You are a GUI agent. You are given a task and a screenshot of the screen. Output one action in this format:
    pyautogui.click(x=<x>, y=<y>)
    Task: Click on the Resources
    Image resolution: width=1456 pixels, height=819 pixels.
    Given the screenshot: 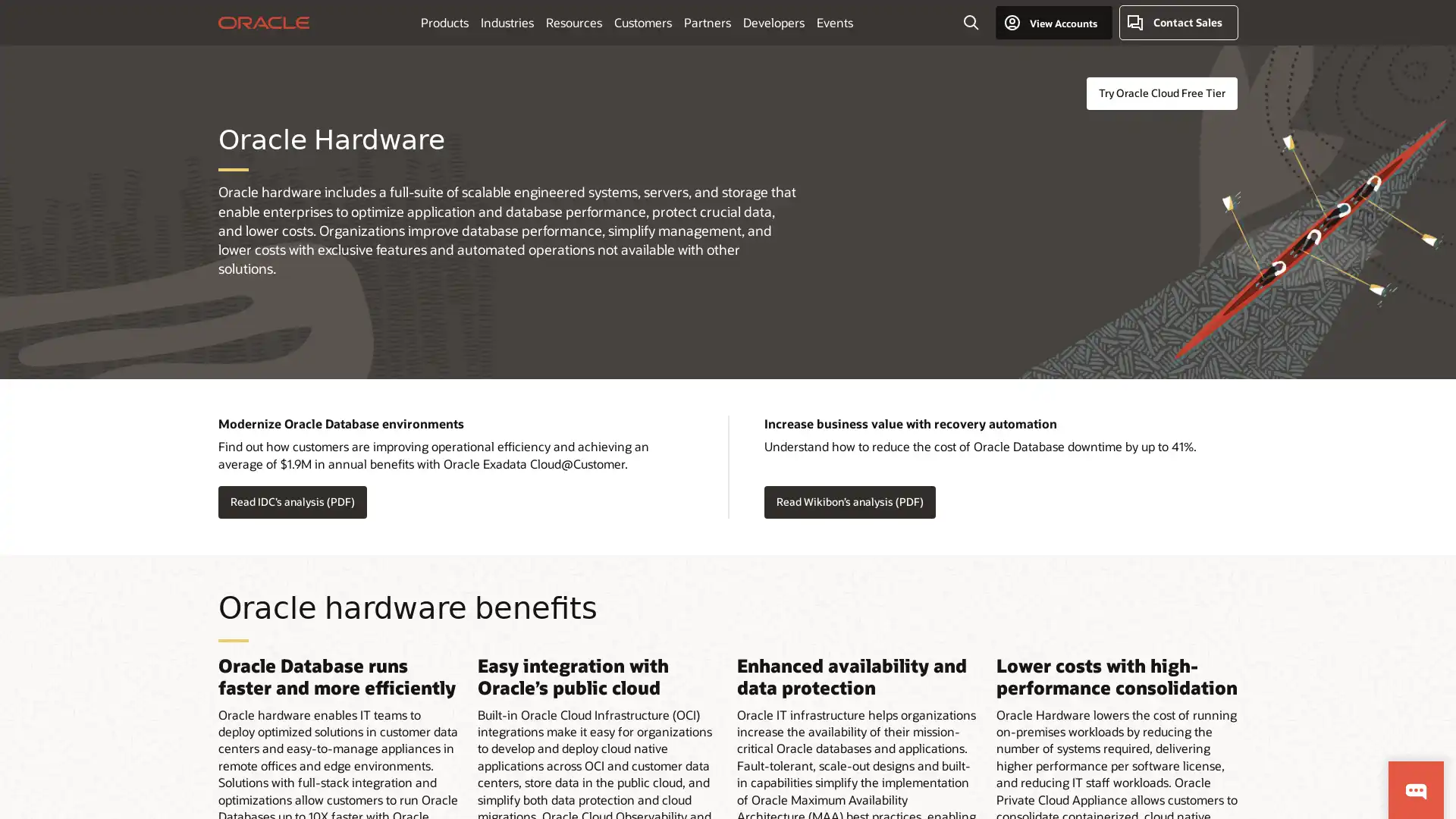 What is the action you would take?
    pyautogui.click(x=572, y=22)
    